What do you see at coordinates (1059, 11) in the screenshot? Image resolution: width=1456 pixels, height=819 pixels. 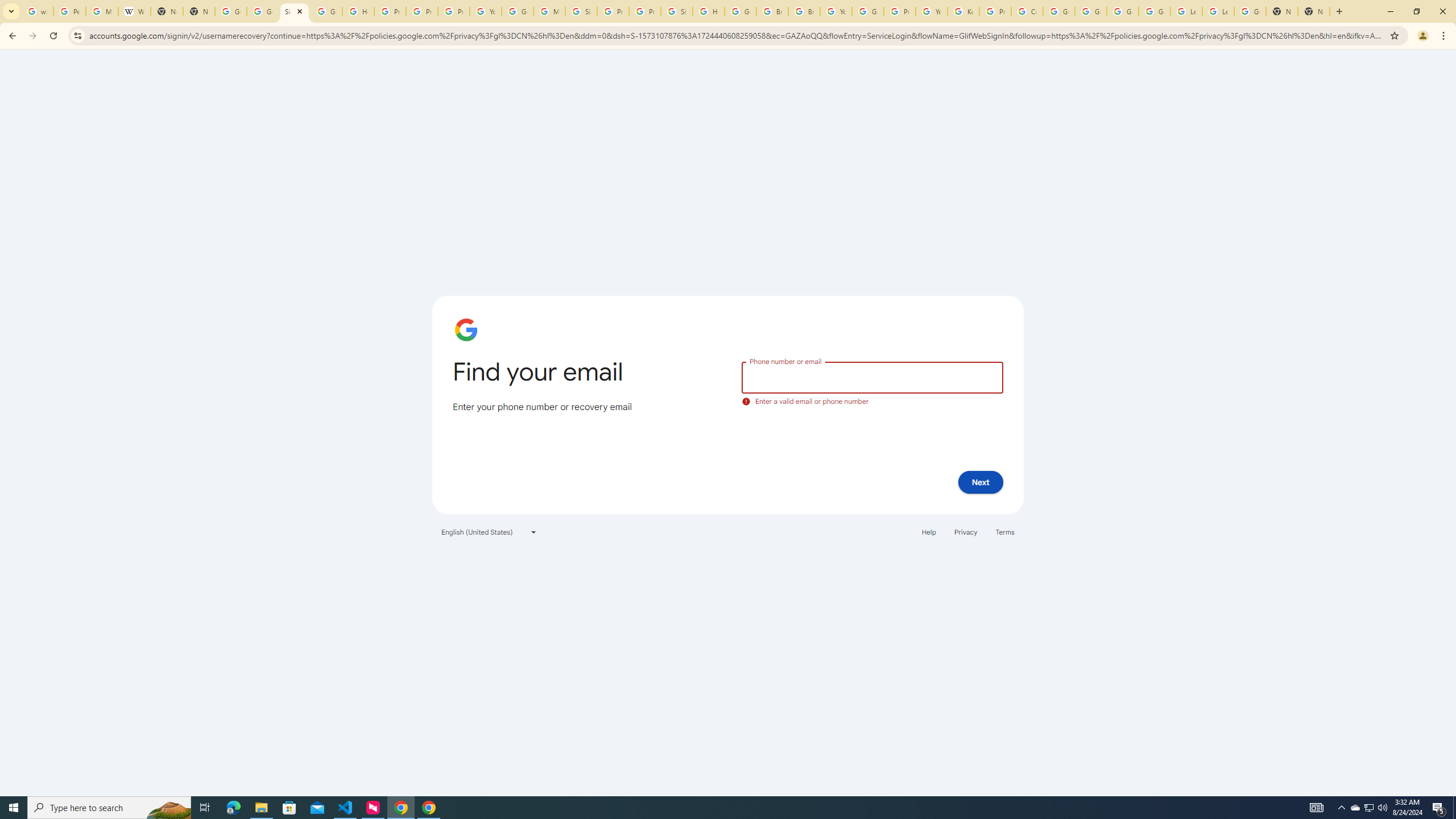 I see `'Google Account Help'` at bounding box center [1059, 11].